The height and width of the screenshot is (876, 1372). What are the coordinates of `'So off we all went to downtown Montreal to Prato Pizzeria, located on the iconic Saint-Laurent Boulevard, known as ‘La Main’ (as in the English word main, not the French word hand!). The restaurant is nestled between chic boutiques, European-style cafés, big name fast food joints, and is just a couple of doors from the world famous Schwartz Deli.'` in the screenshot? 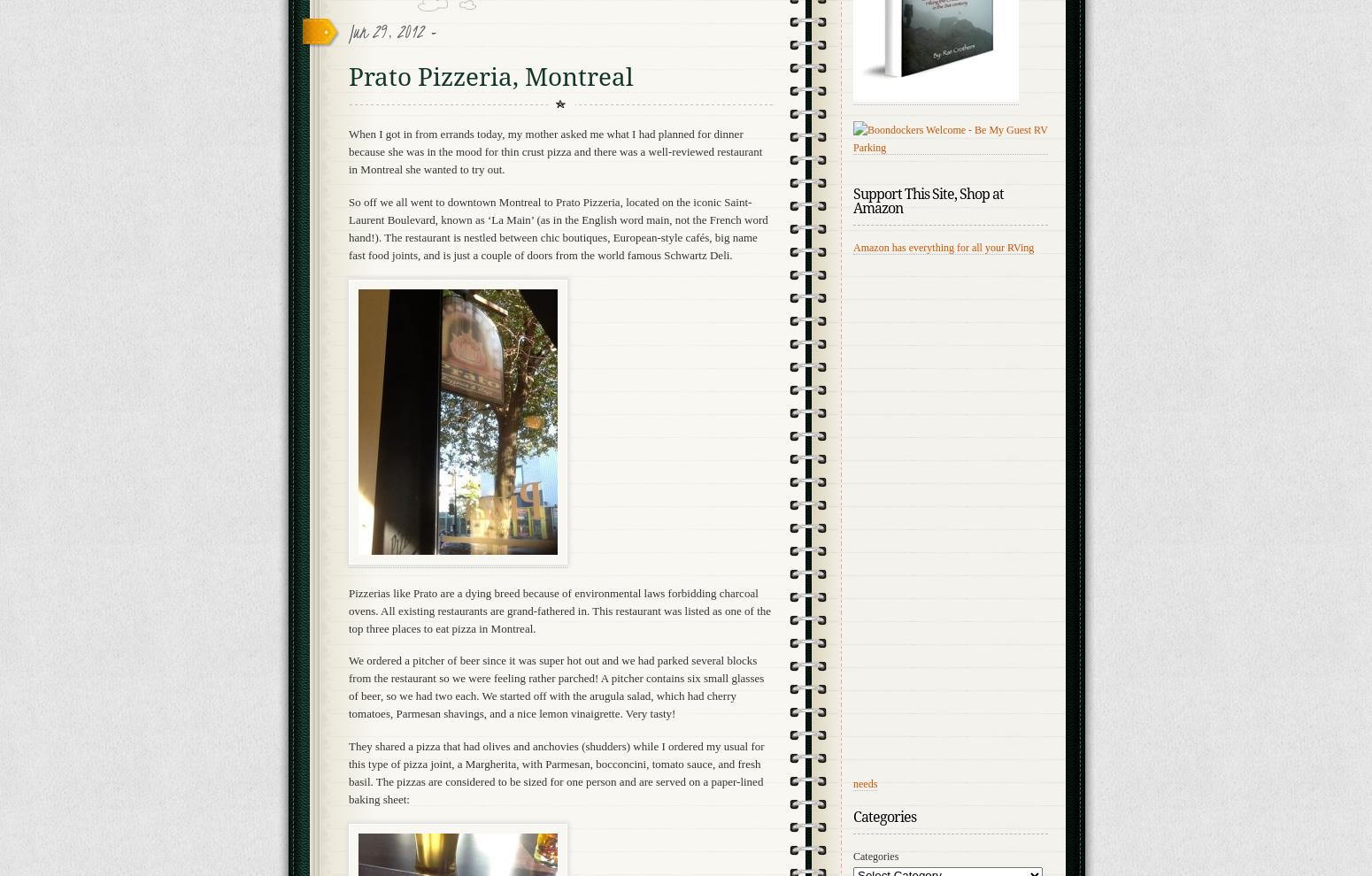 It's located at (557, 227).